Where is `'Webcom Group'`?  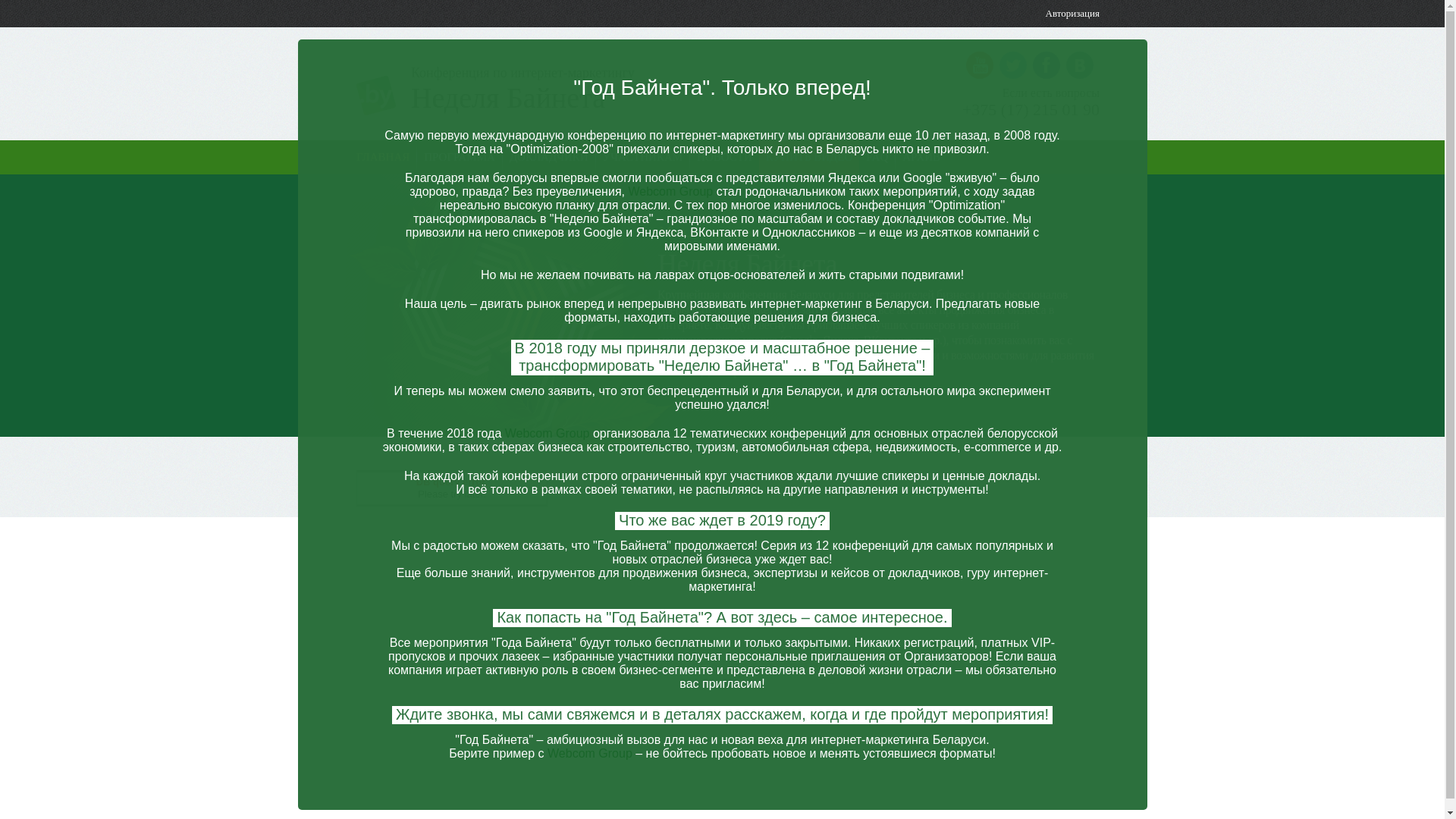
'Webcom Group' is located at coordinates (546, 433).